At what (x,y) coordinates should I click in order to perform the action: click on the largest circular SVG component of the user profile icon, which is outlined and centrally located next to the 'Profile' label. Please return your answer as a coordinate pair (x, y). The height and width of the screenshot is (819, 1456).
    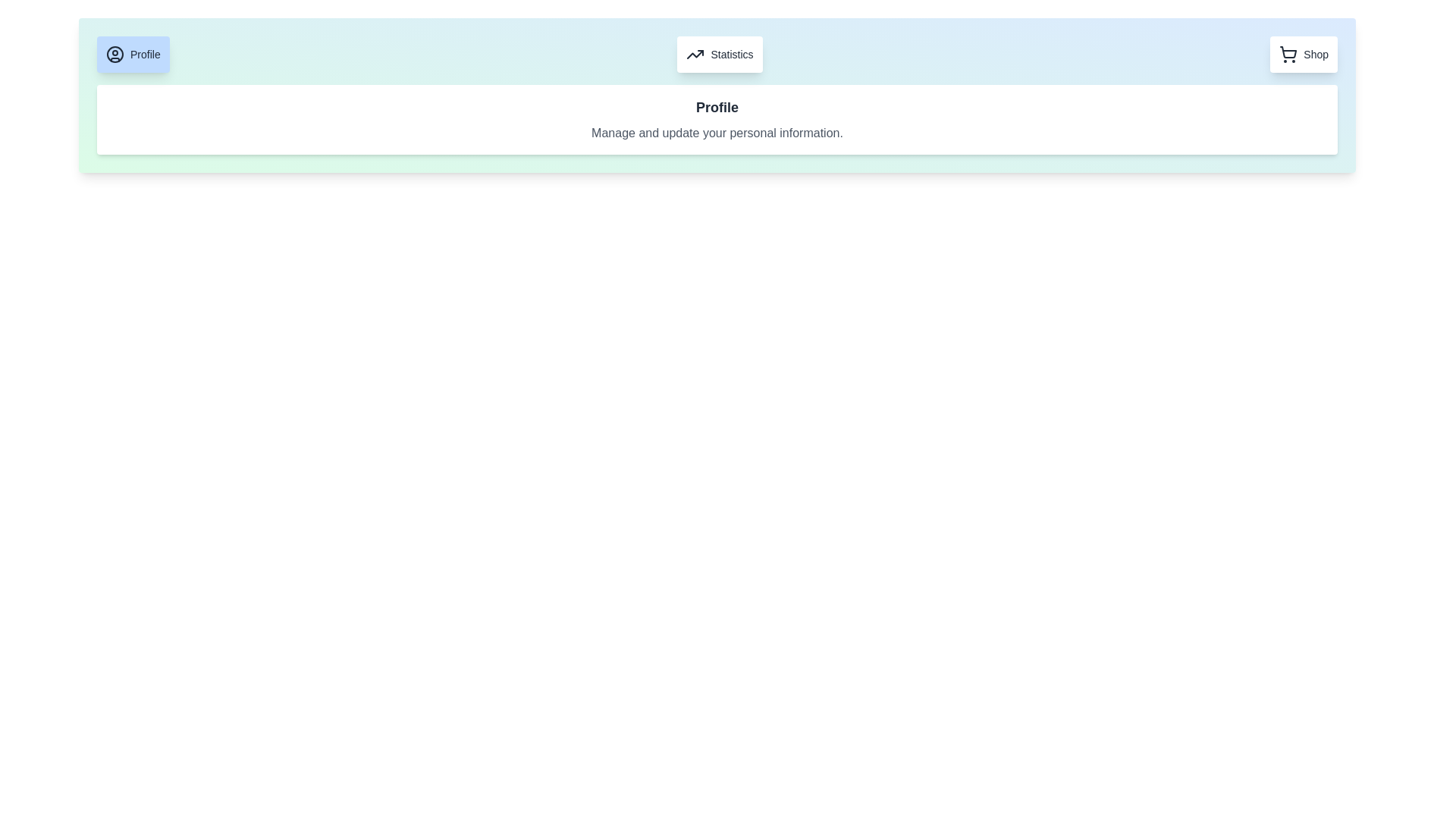
    Looking at the image, I should click on (115, 54).